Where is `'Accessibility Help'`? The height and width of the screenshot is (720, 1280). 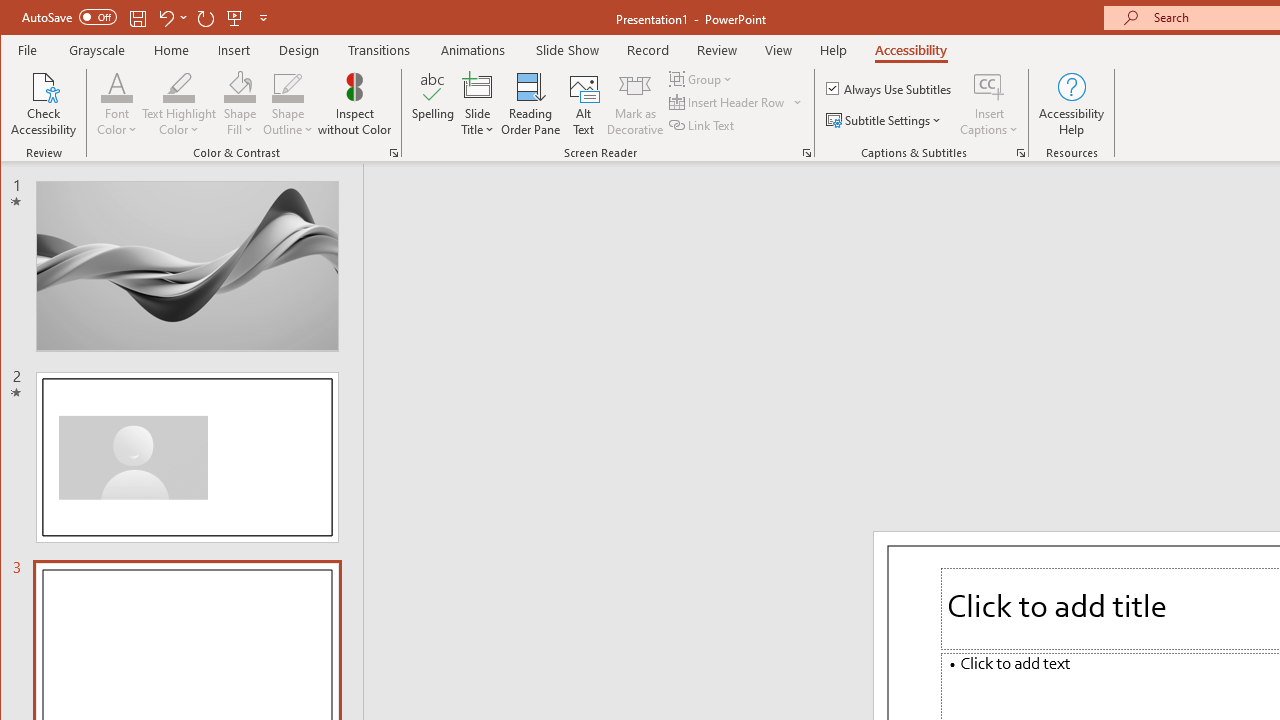
'Accessibility Help' is located at coordinates (1071, 104).